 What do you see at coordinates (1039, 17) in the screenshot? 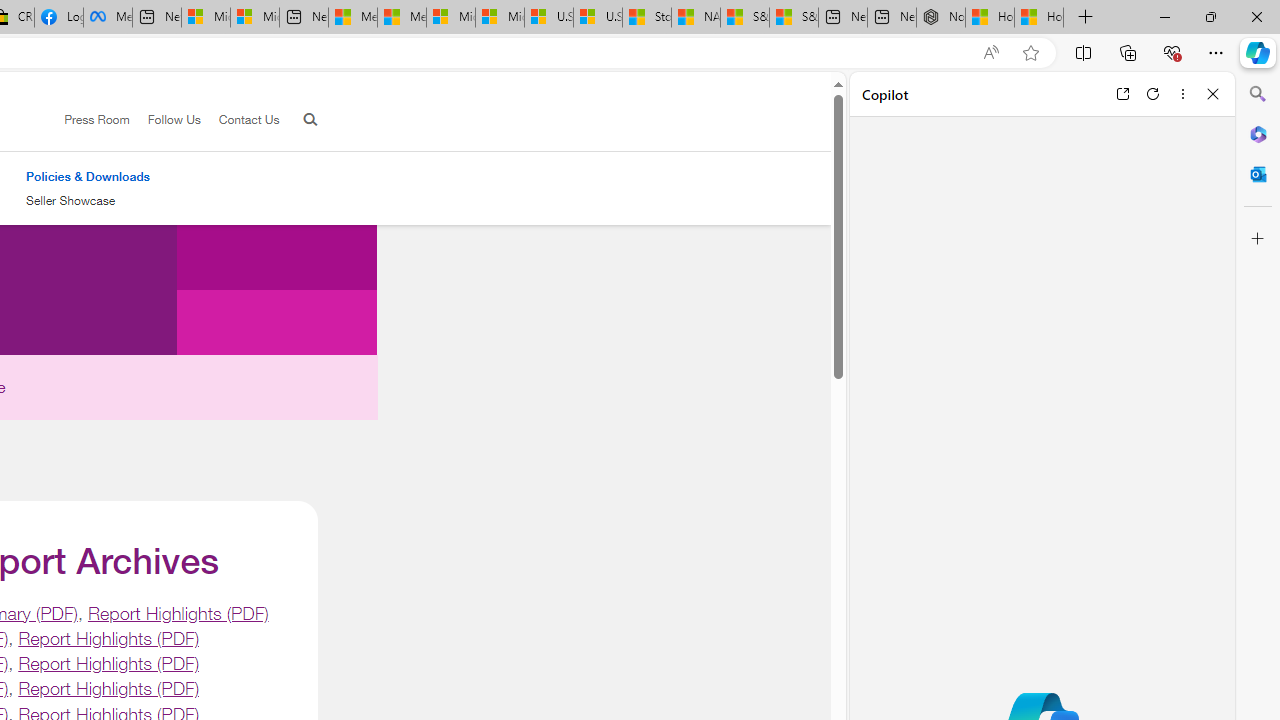
I see `'How to Use a Monitor With Your Closed Laptop'` at bounding box center [1039, 17].